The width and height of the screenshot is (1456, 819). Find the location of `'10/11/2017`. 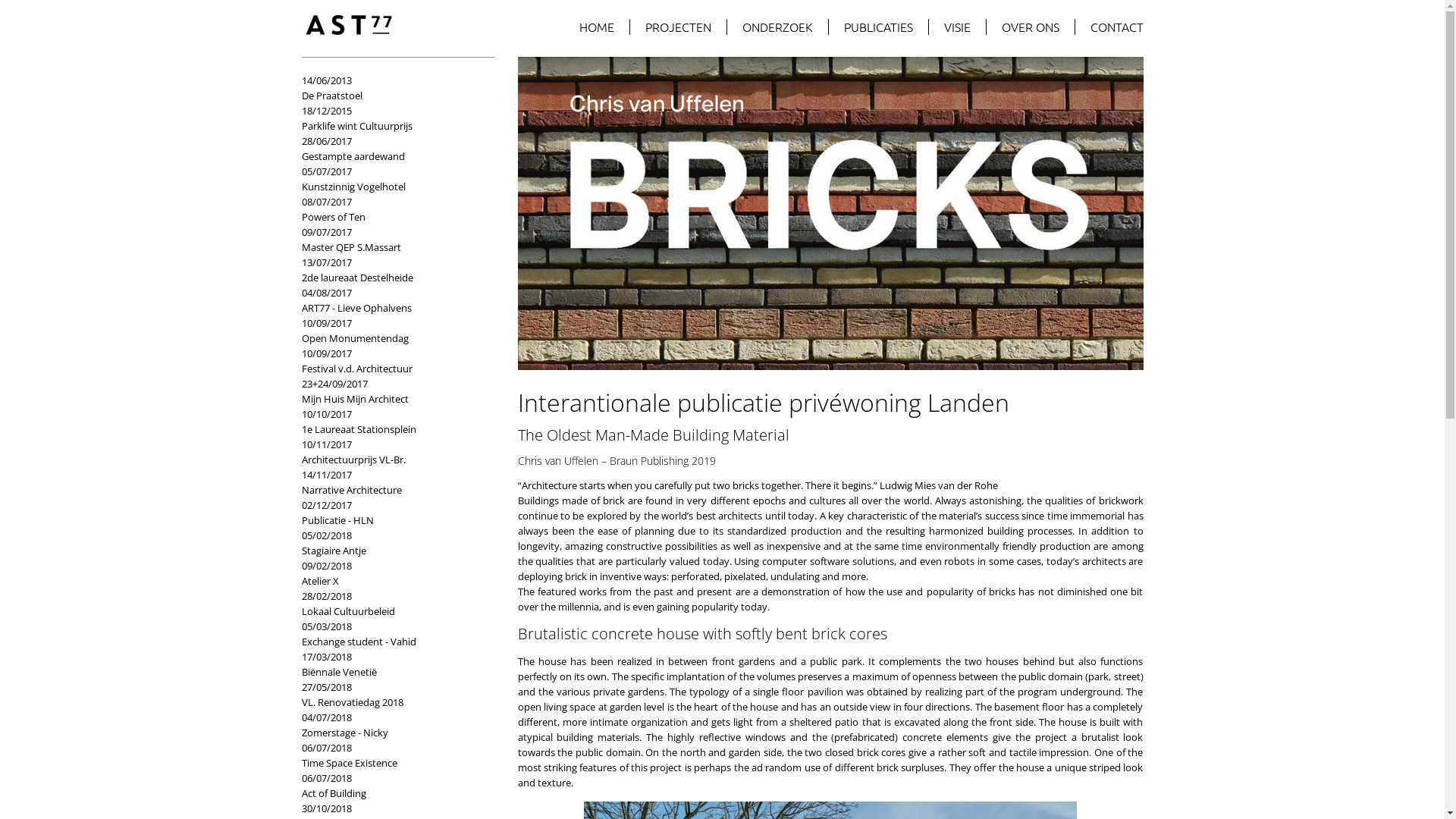

'10/11/2017 is located at coordinates (391, 451).